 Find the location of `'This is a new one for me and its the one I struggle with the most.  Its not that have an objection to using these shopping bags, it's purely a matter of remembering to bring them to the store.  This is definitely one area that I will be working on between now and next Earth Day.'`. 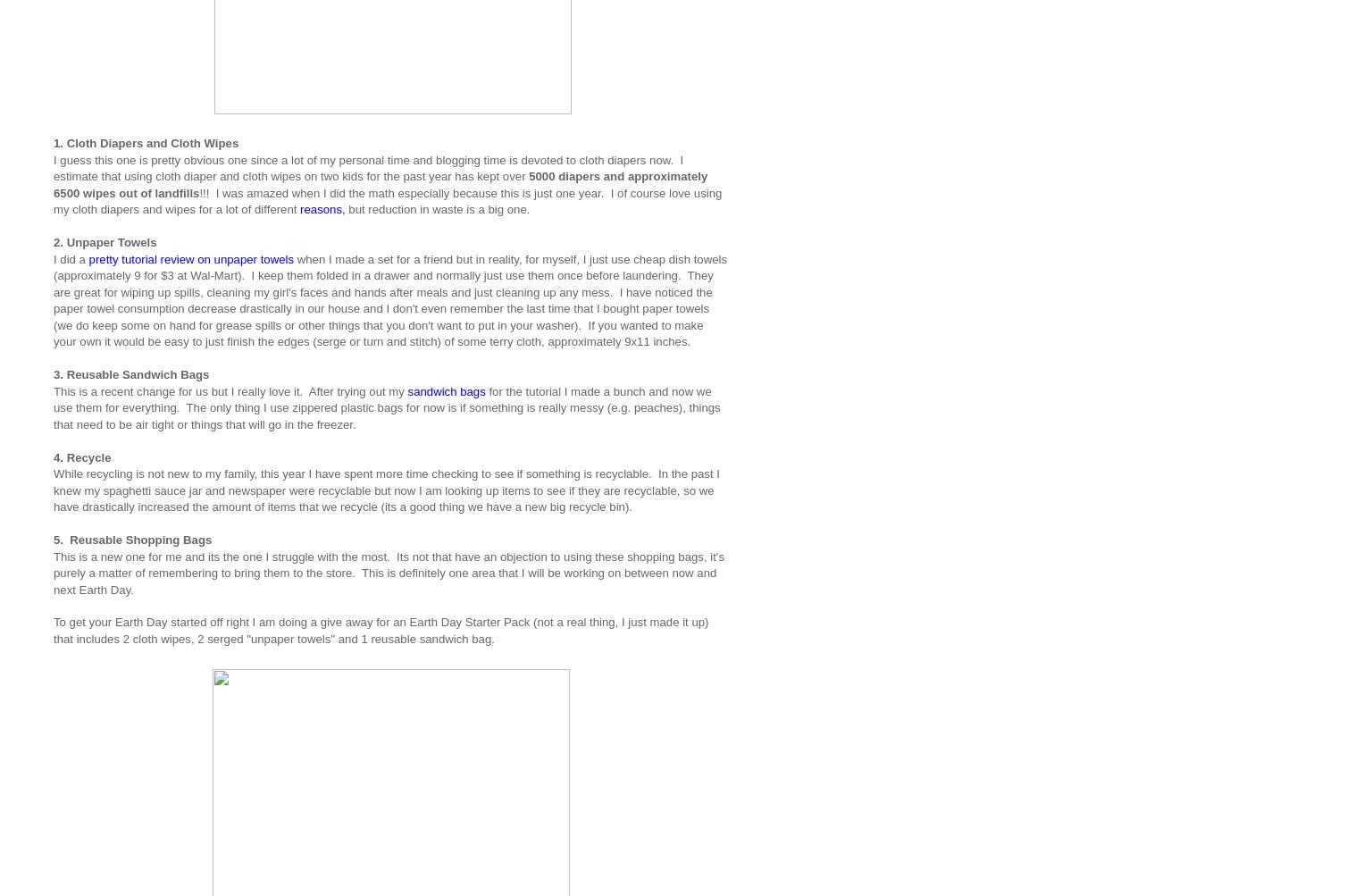

'This is a new one for me and its the one I struggle with the most.  Its not that have an objection to using these shopping bags, it's purely a matter of remembering to bring them to the store.  This is definitely one area that I will be working on between now and next Earth Day.' is located at coordinates (54, 573).